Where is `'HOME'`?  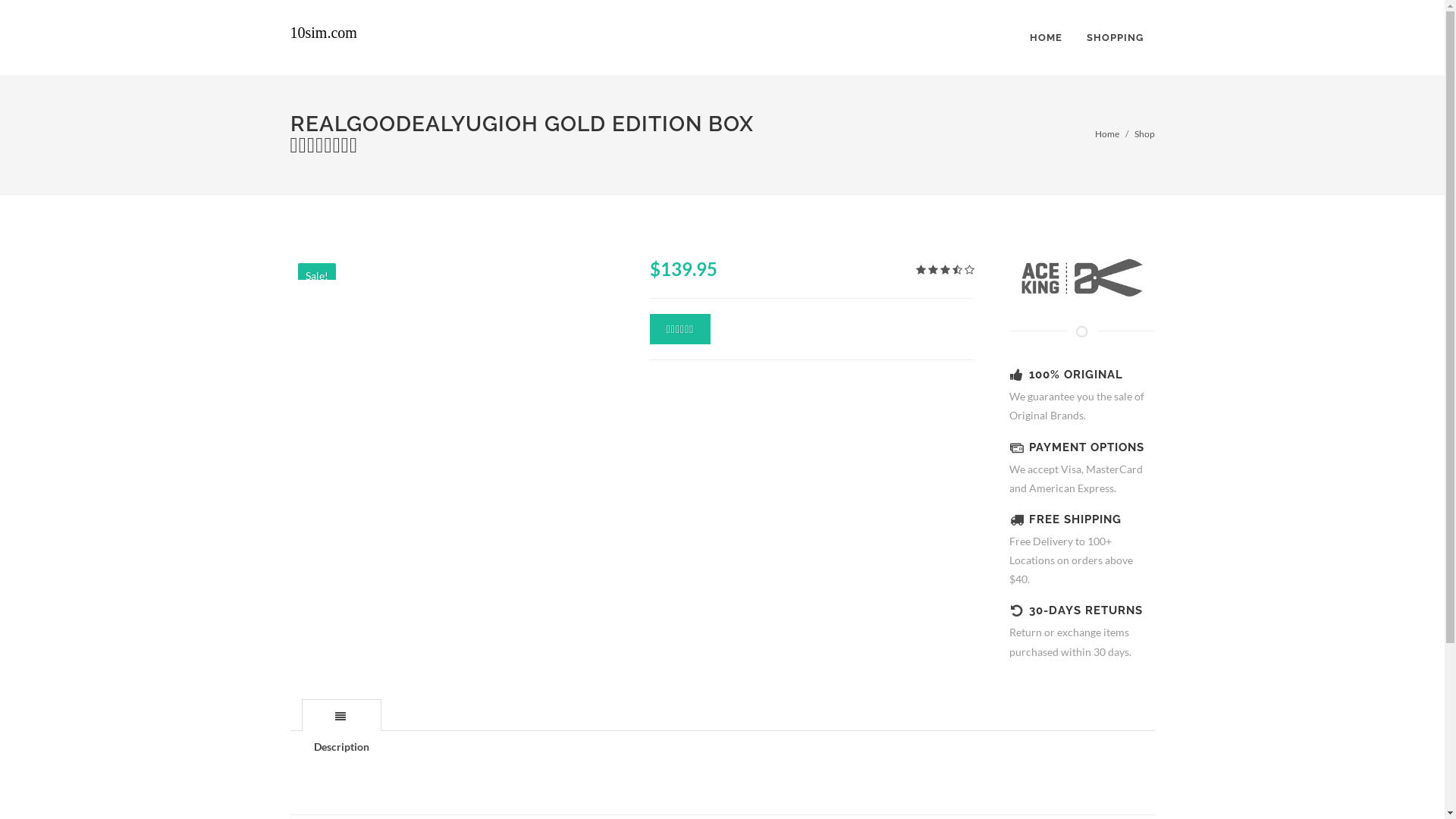 'HOME' is located at coordinates (1044, 37).